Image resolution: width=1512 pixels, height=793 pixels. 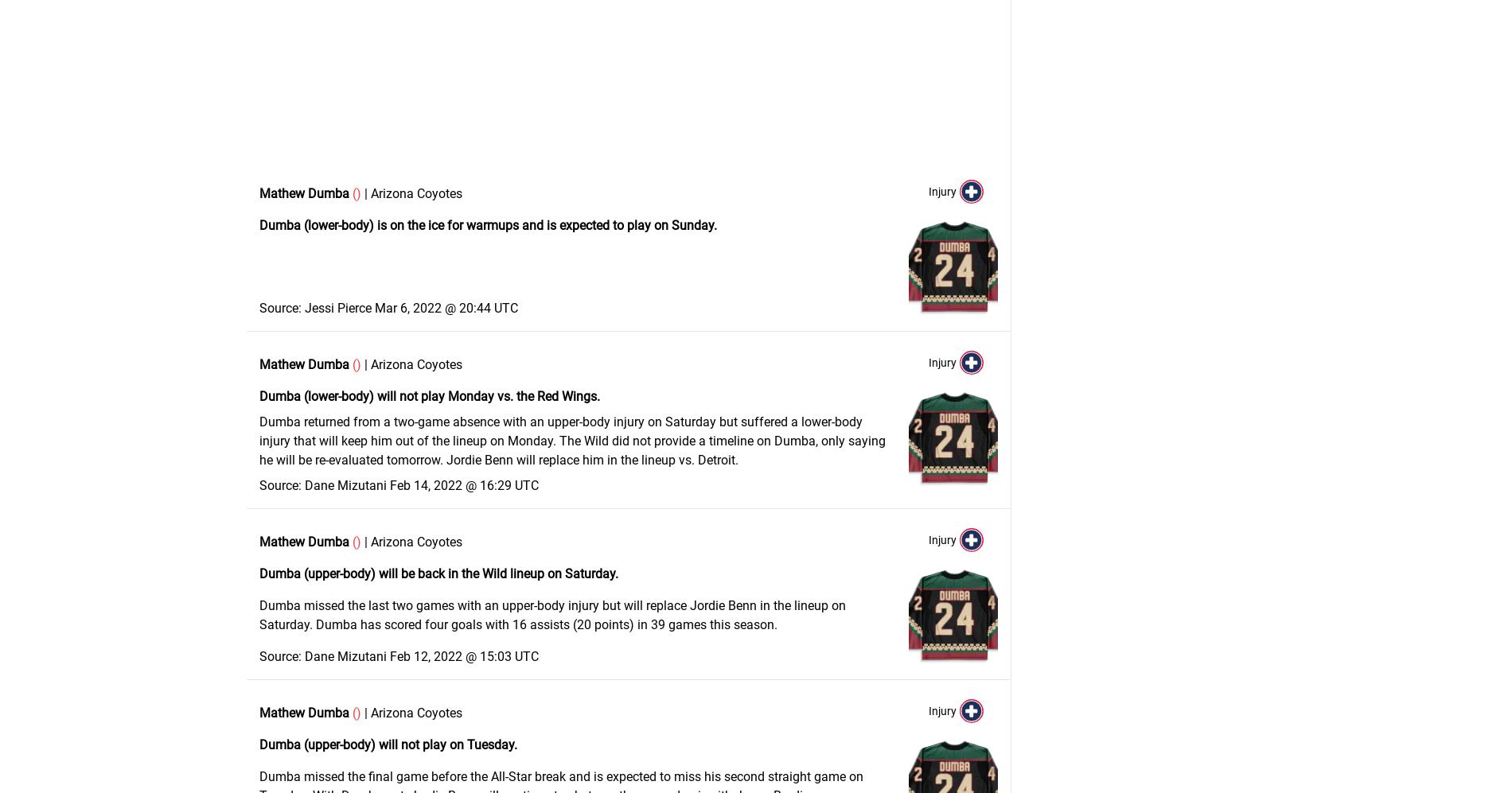 I want to click on 'Dumba (lower-body) will not play Monday vs. the Red Wings.', so click(x=429, y=396).